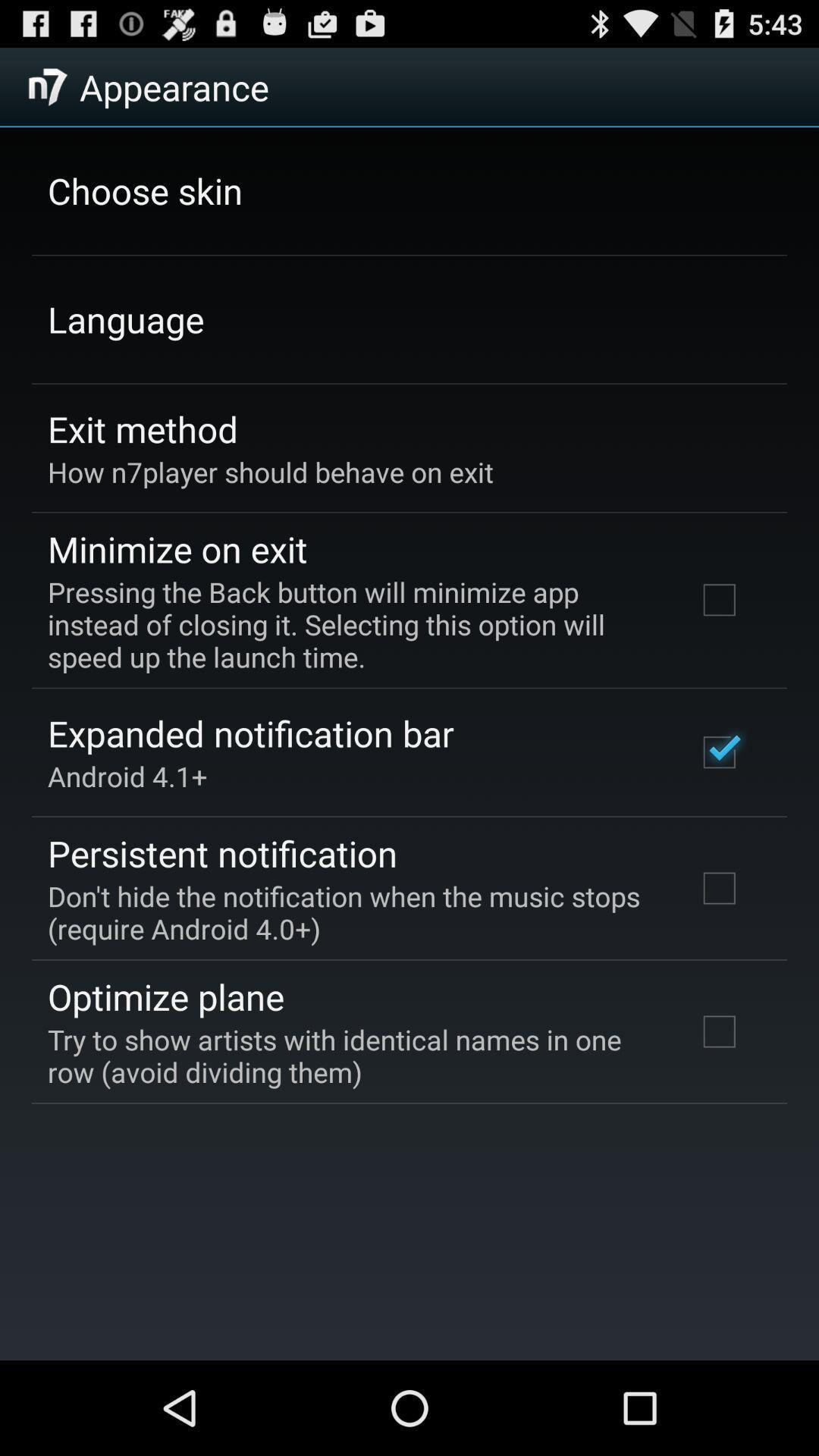 The height and width of the screenshot is (1456, 819). What do you see at coordinates (351, 1055) in the screenshot?
I see `app below the optimize plane icon` at bounding box center [351, 1055].